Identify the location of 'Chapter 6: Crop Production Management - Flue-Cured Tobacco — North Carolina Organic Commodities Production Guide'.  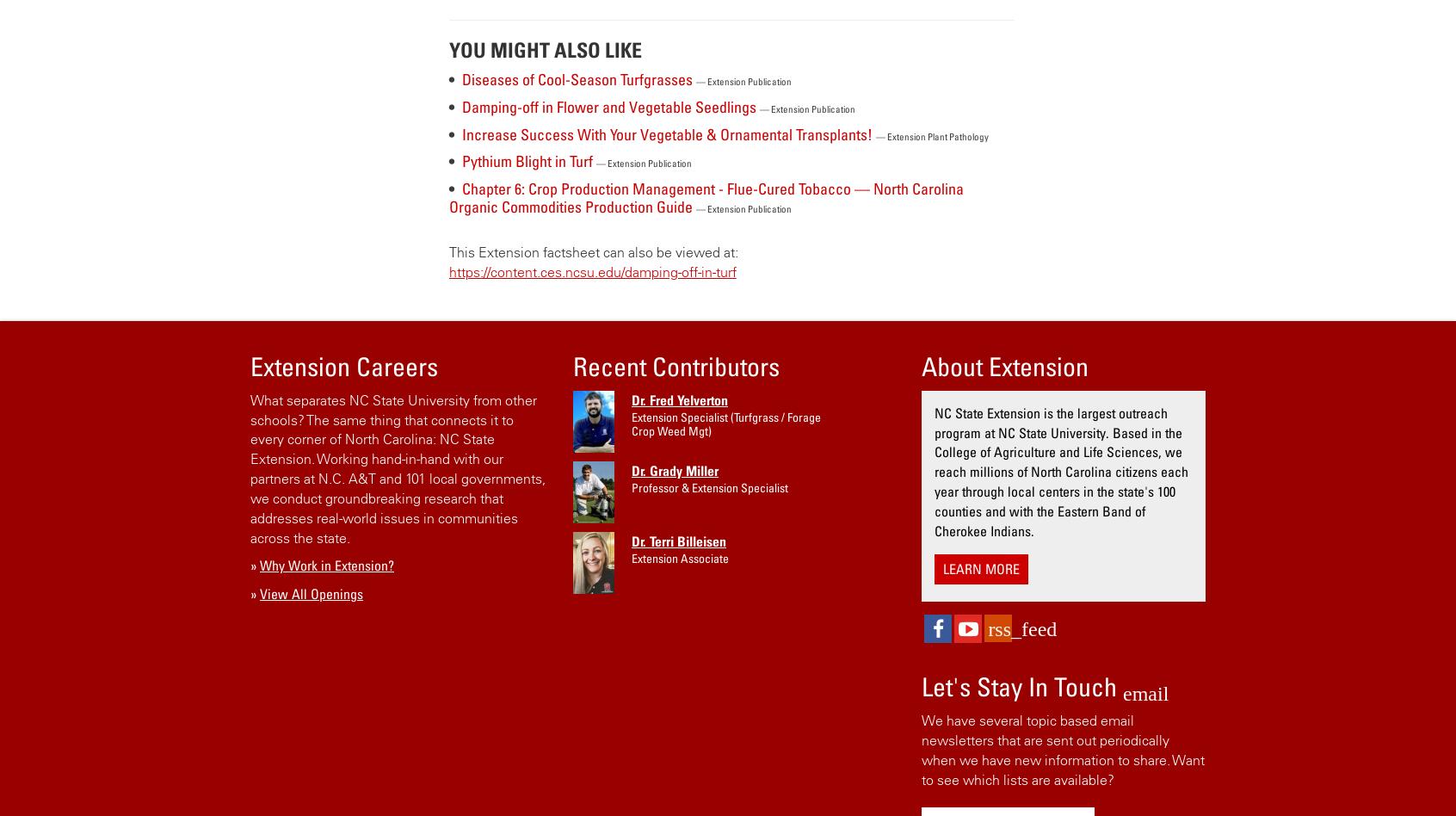
(705, 196).